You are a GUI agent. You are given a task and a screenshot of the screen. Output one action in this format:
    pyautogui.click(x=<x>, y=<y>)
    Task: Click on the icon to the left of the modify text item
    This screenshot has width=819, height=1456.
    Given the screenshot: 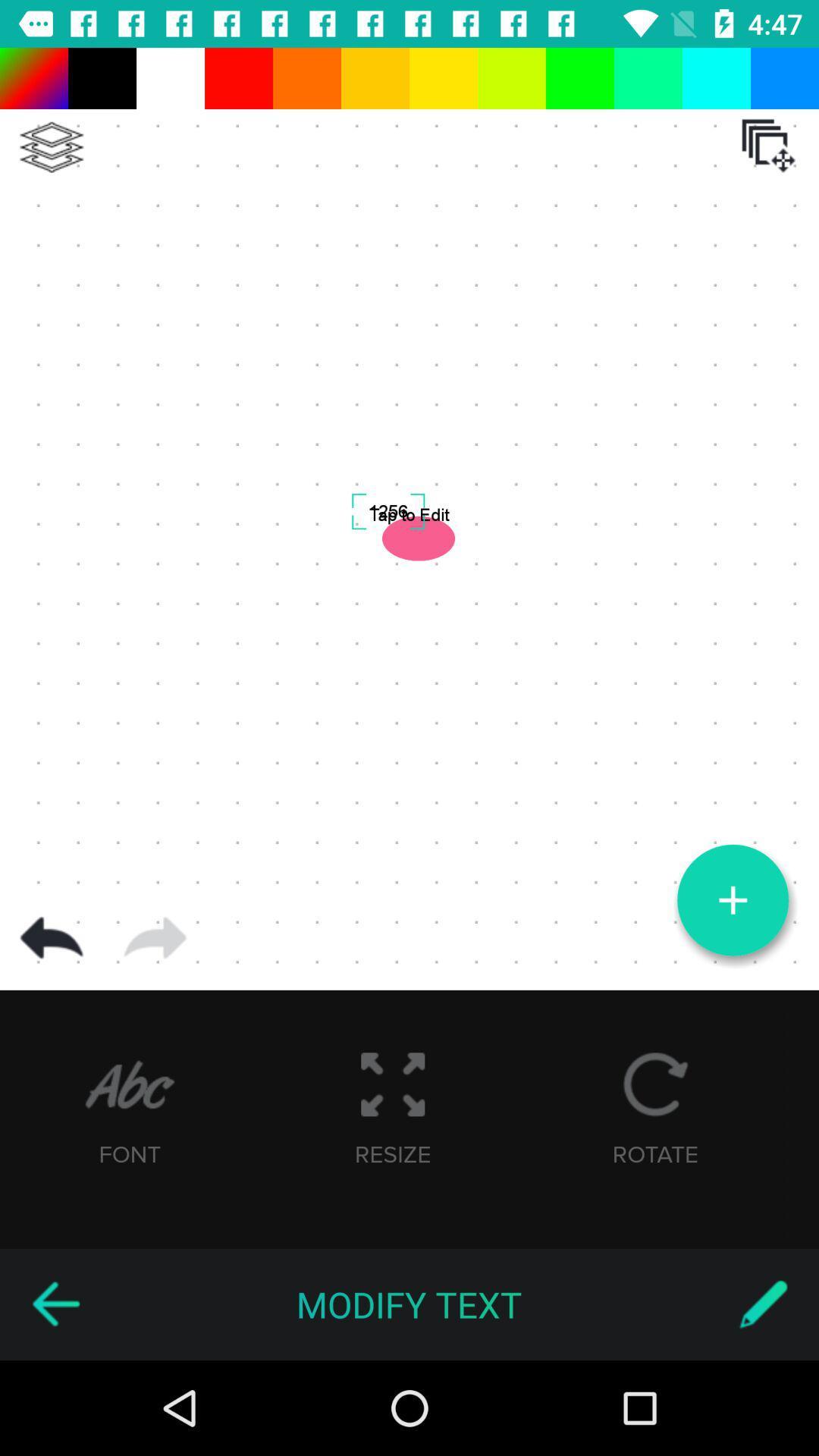 What is the action you would take?
    pyautogui.click(x=55, y=1304)
    